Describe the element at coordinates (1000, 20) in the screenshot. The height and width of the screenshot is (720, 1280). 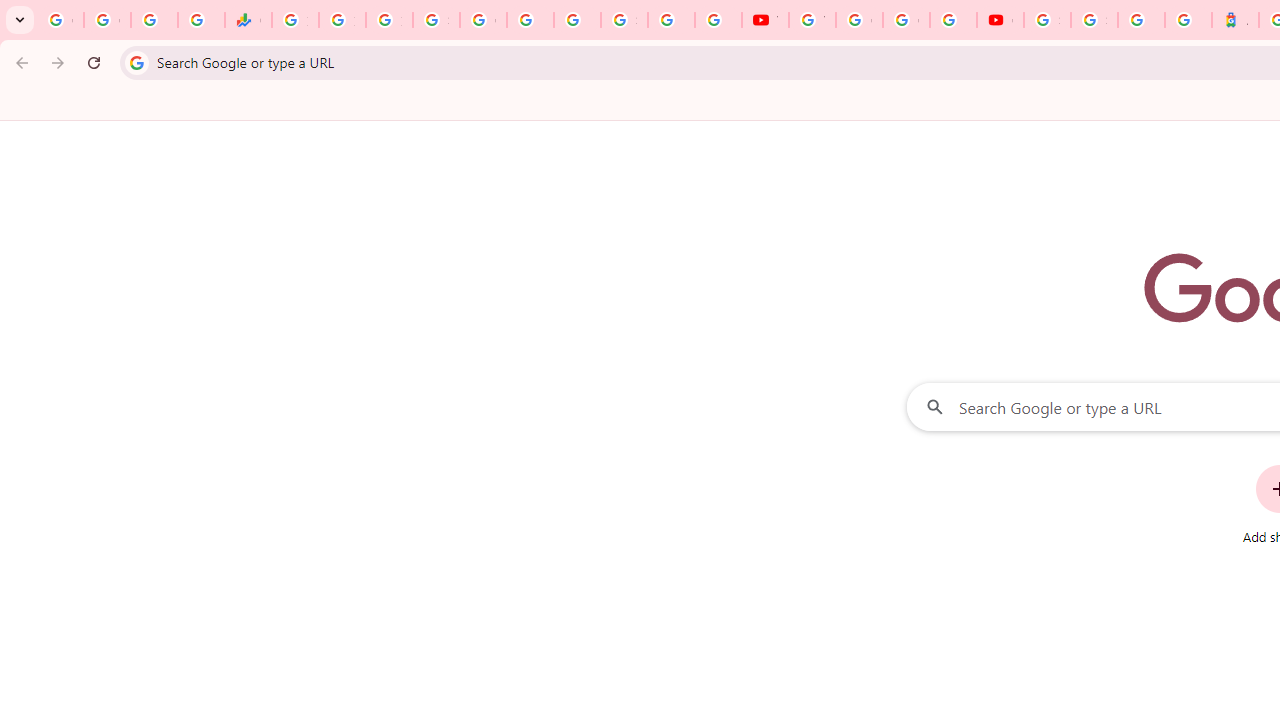
I see `'Content Creator Programs & Opportunities - YouTube Creators'` at that location.